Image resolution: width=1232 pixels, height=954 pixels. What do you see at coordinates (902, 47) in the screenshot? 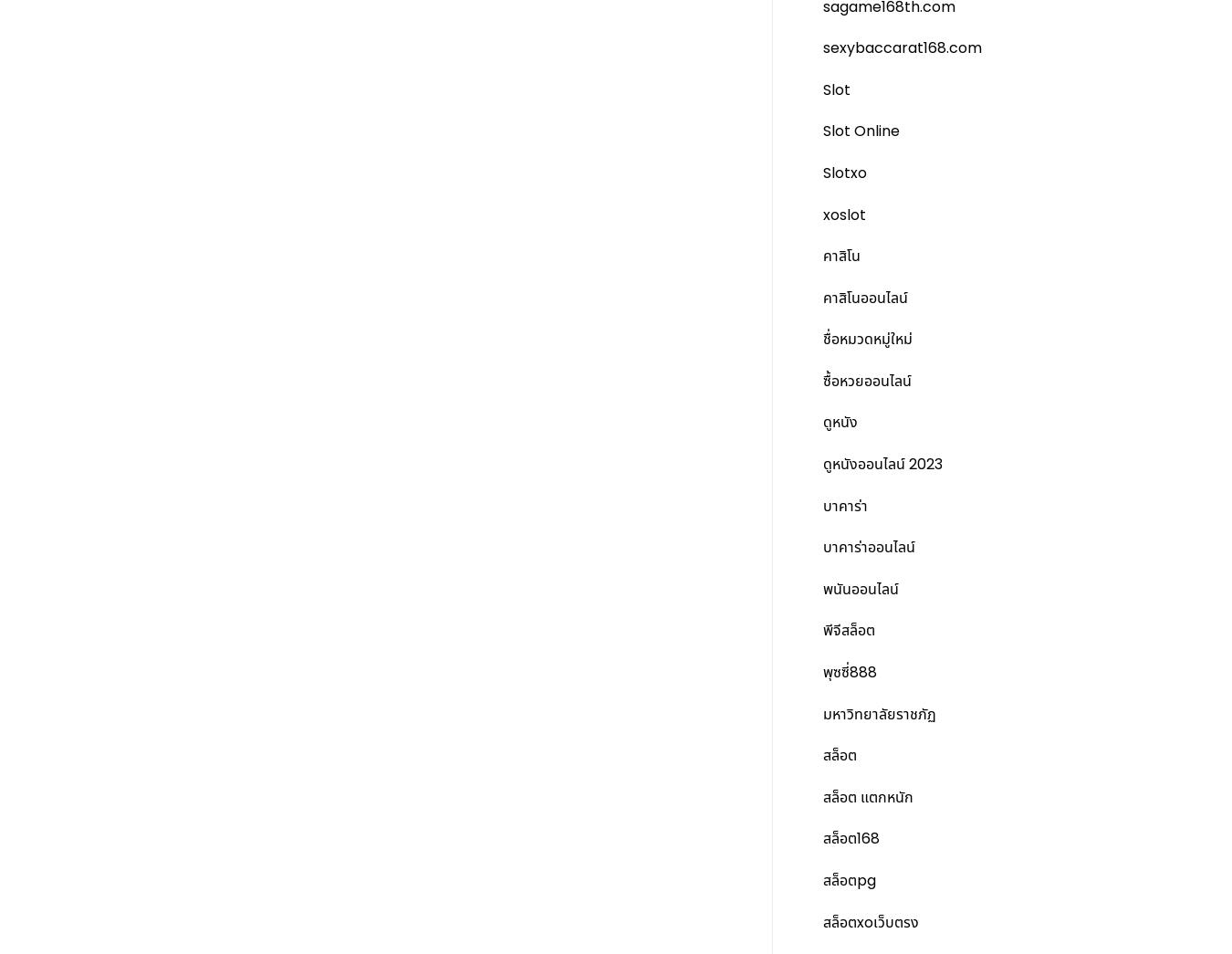
I see `'sexybaccarat168.com'` at bounding box center [902, 47].